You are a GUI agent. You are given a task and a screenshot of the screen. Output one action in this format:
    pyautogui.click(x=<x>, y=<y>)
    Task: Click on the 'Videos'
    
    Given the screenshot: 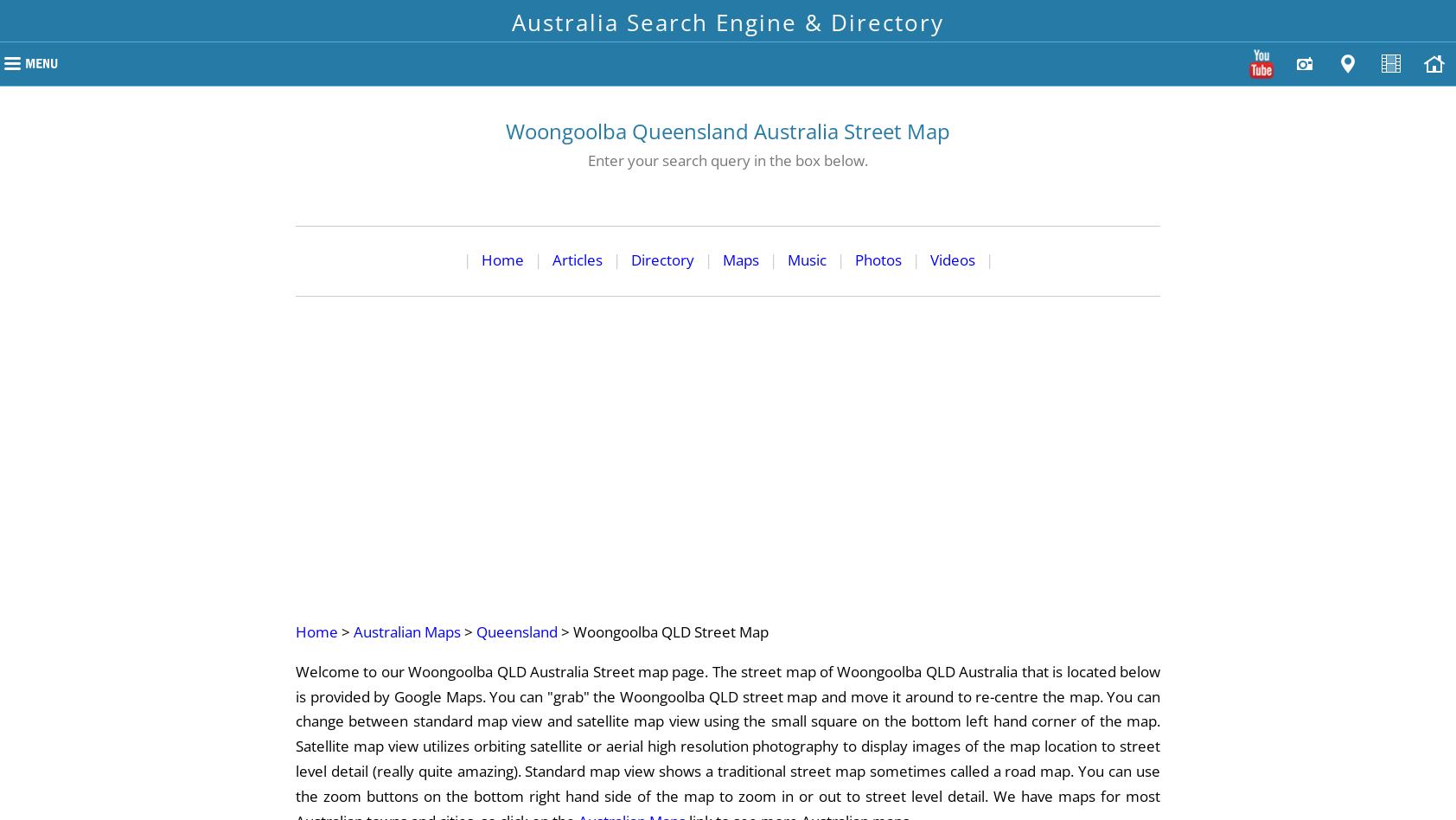 What is the action you would take?
    pyautogui.click(x=951, y=259)
    